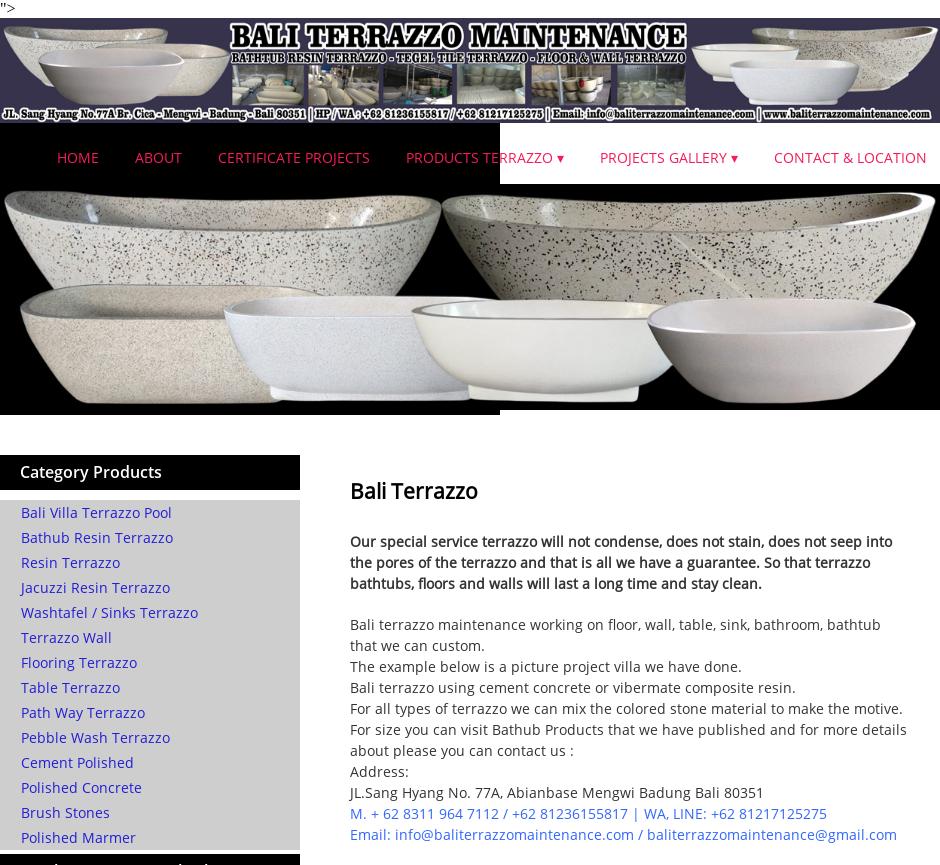  What do you see at coordinates (97, 536) in the screenshot?
I see `'Bathub Resin Terrazzo'` at bounding box center [97, 536].